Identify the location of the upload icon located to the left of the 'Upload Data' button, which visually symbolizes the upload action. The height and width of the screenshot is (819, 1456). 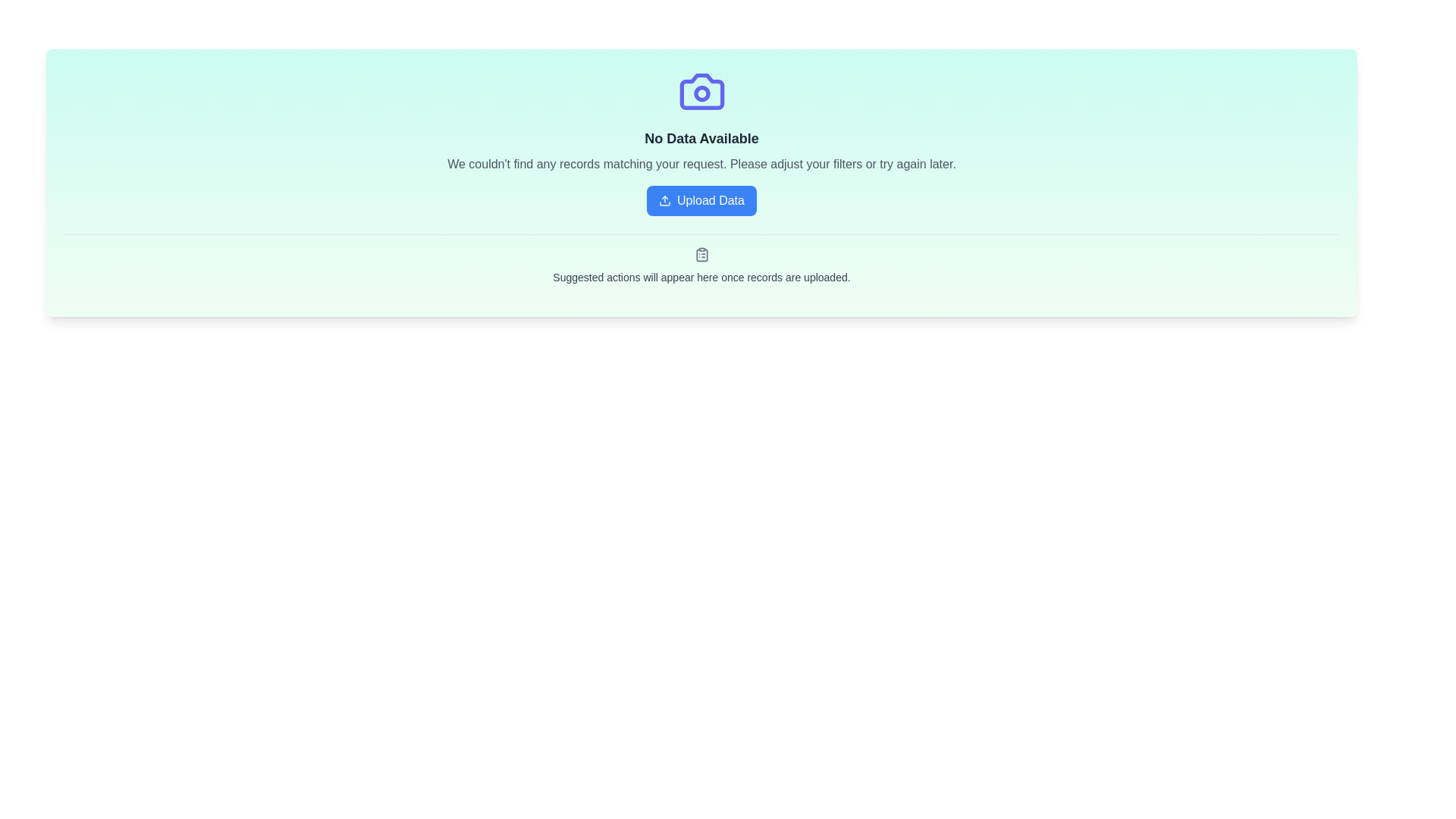
(665, 200).